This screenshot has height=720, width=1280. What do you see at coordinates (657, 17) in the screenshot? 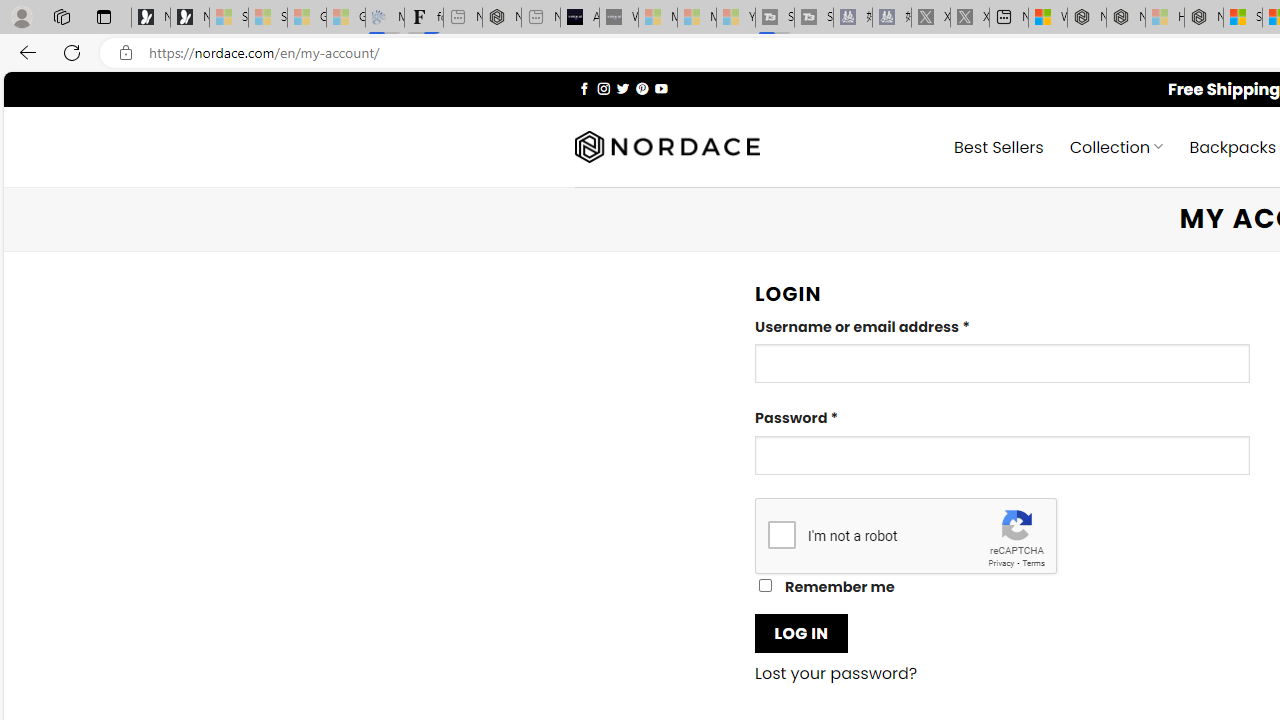
I see `'Microsoft Start Sports - Sleeping'` at bounding box center [657, 17].